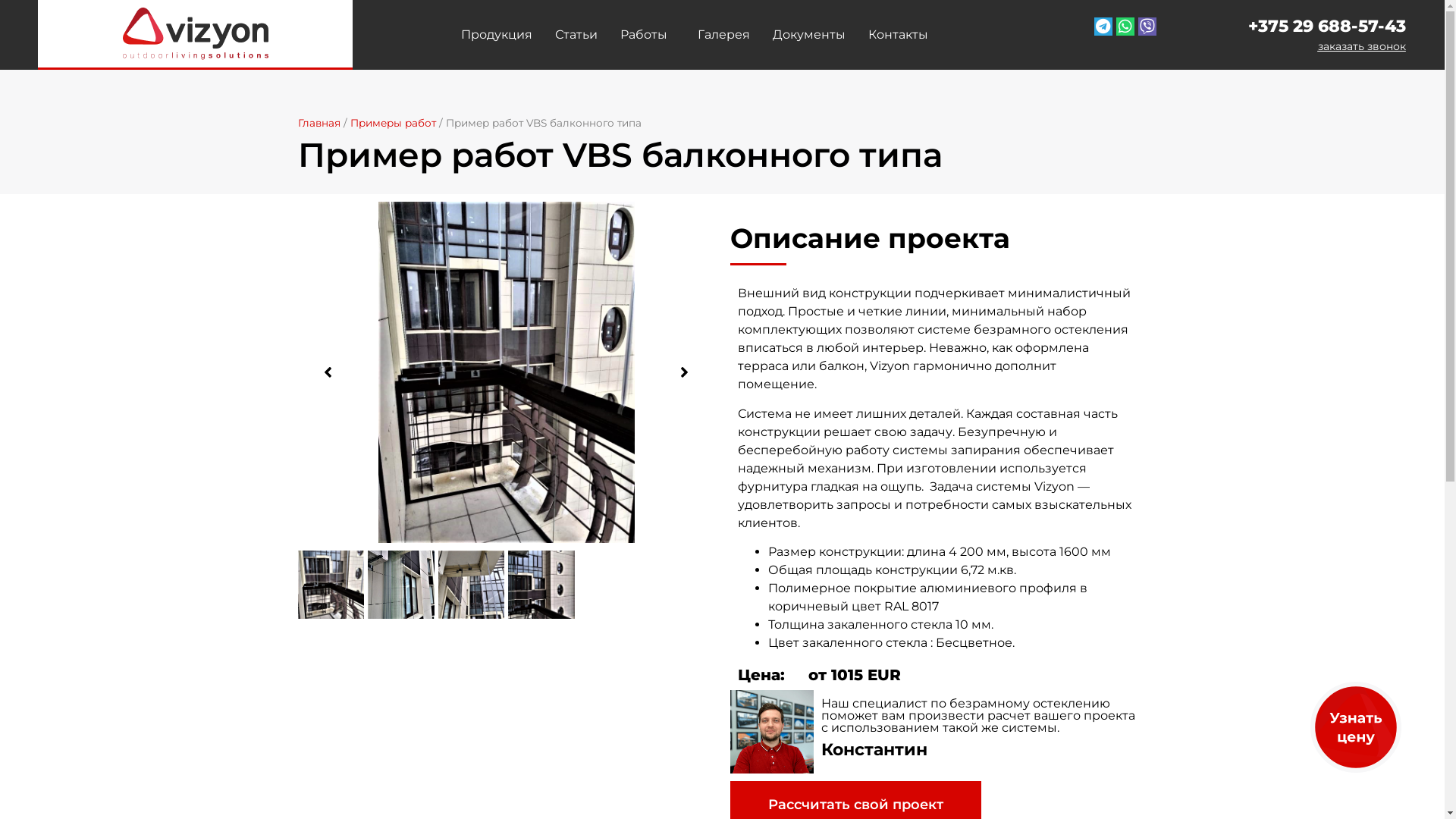  Describe the element at coordinates (1248, 26) in the screenshot. I see `'+375 29 688-57-43'` at that location.